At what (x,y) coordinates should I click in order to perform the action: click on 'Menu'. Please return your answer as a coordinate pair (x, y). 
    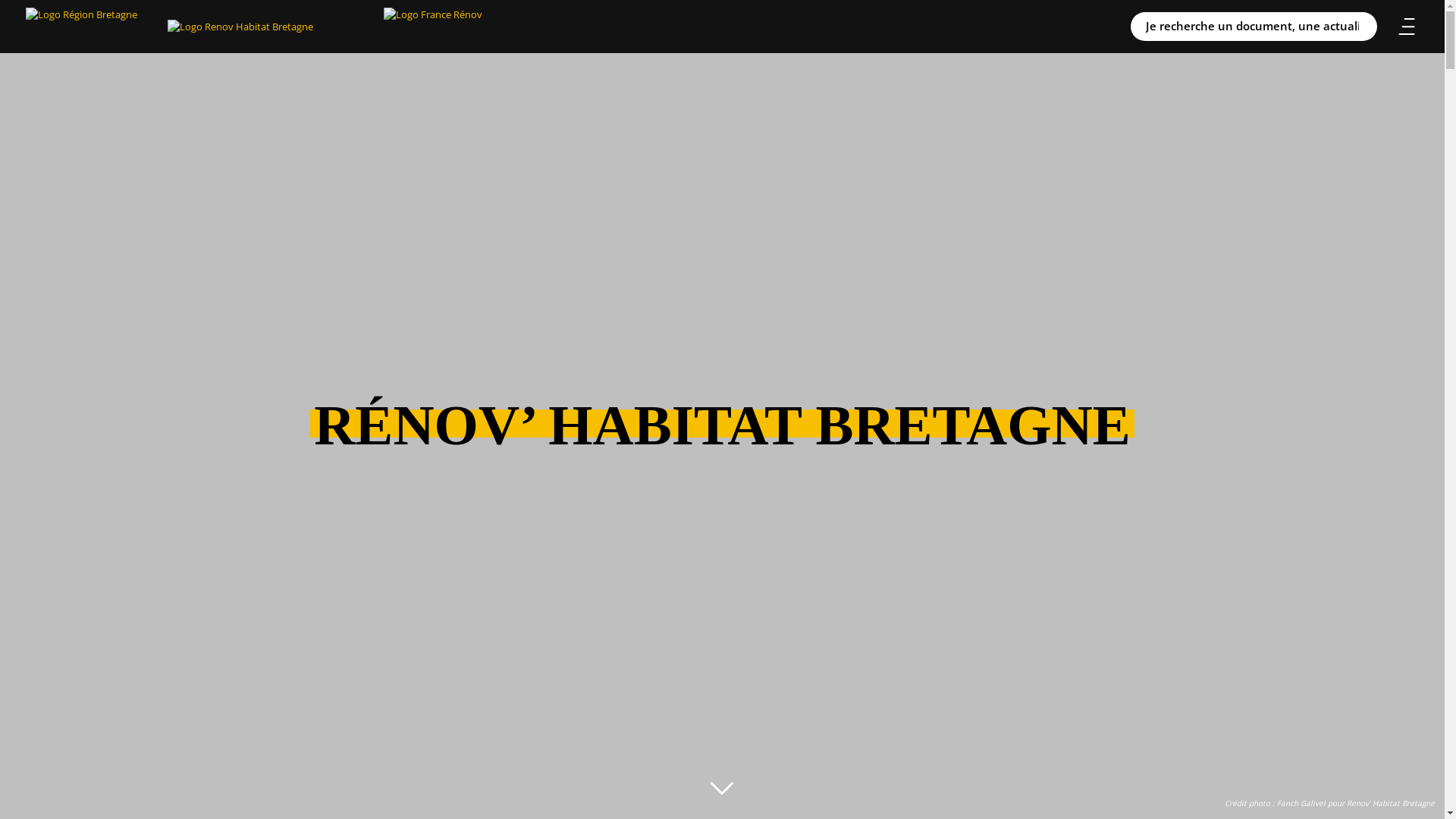
    Looking at the image, I should click on (1395, 26).